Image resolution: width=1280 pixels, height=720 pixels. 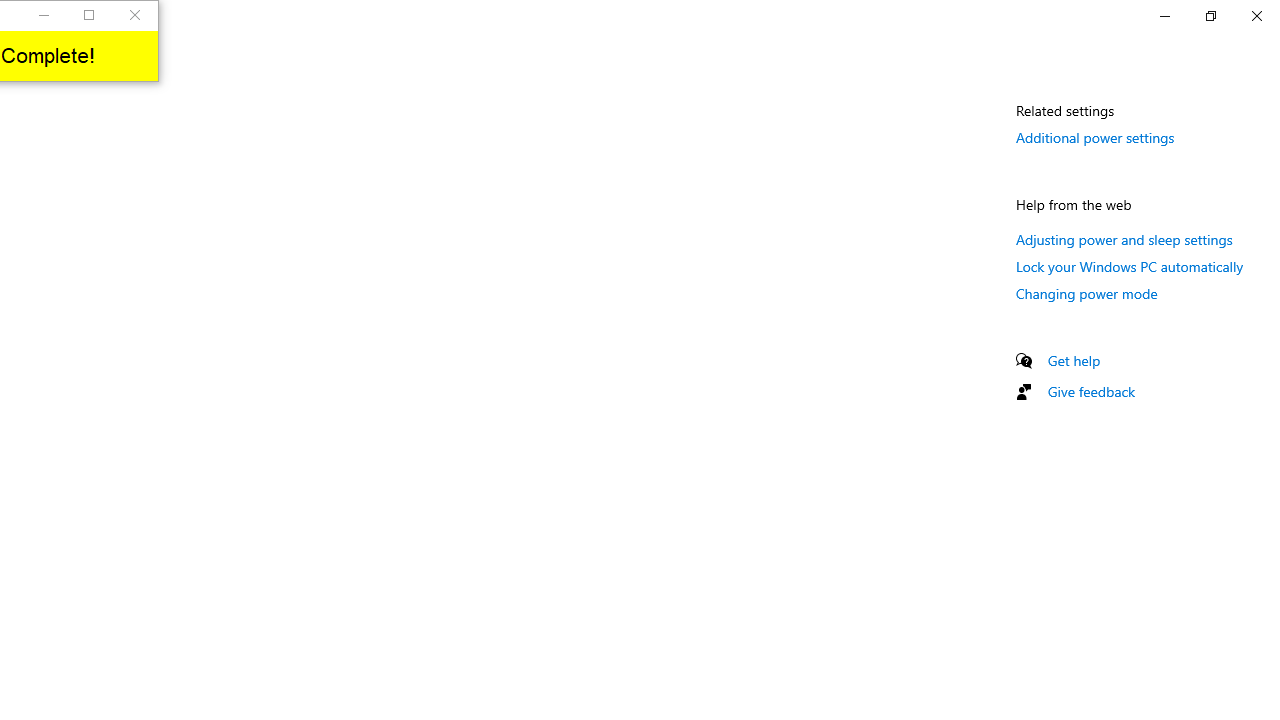 What do you see at coordinates (1130, 265) in the screenshot?
I see `'Lock your Windows PC automatically'` at bounding box center [1130, 265].